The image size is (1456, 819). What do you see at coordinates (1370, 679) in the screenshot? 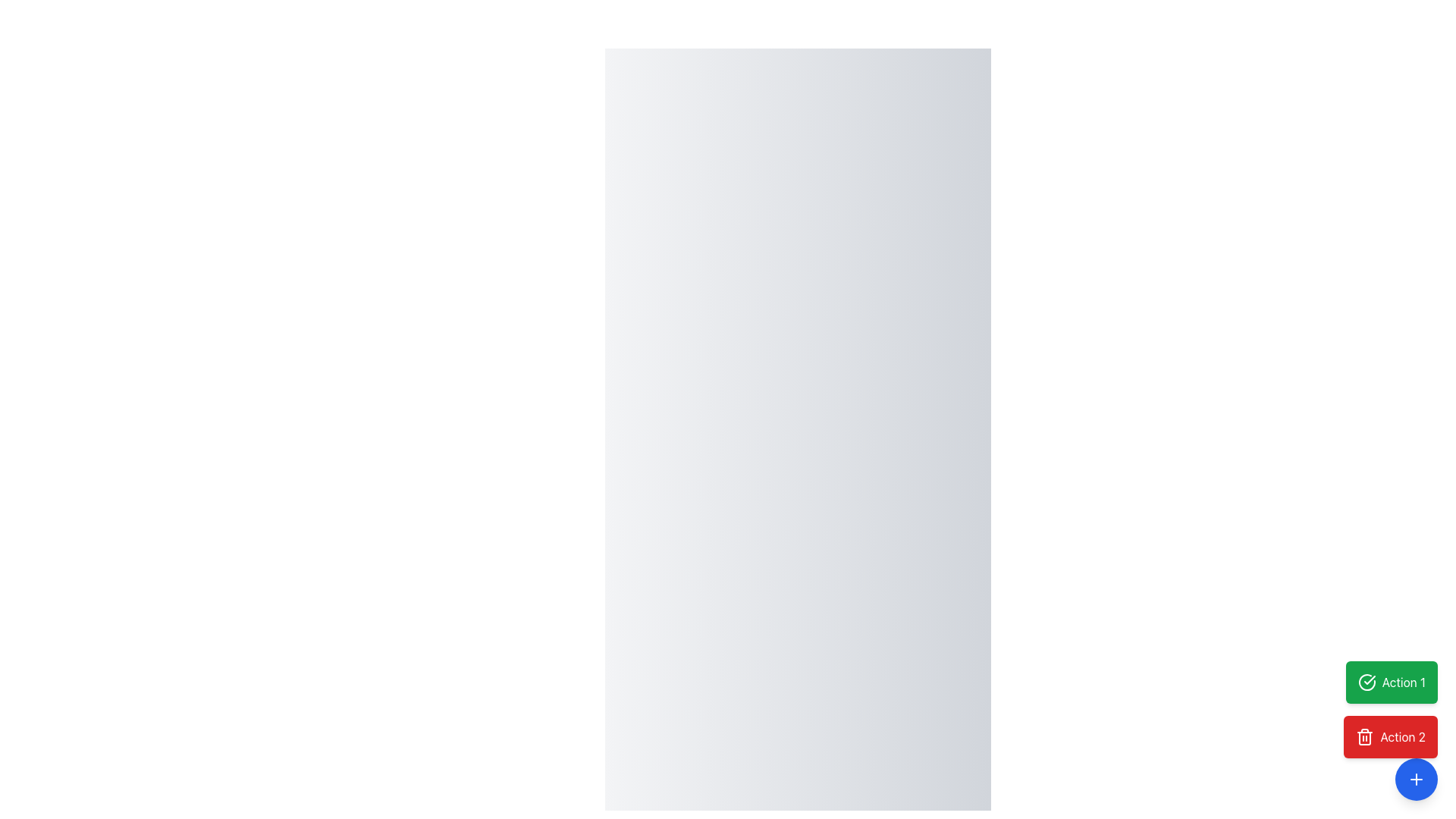
I see `the decorative icon within the green button labeled 'Action 1' located in the bottom-right section of the interface` at bounding box center [1370, 679].